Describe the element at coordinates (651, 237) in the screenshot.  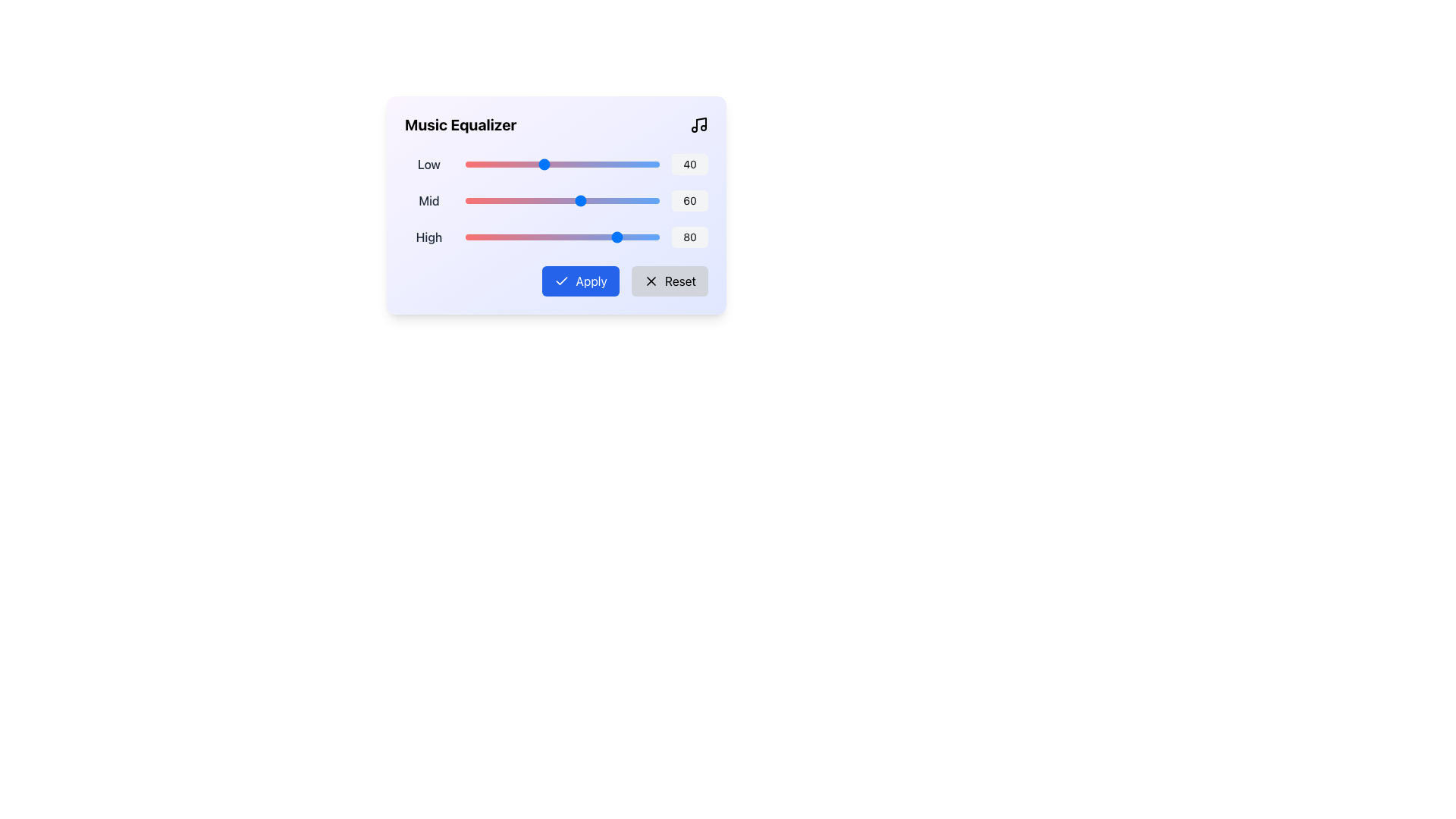
I see `the 'High' audio frequency` at that location.